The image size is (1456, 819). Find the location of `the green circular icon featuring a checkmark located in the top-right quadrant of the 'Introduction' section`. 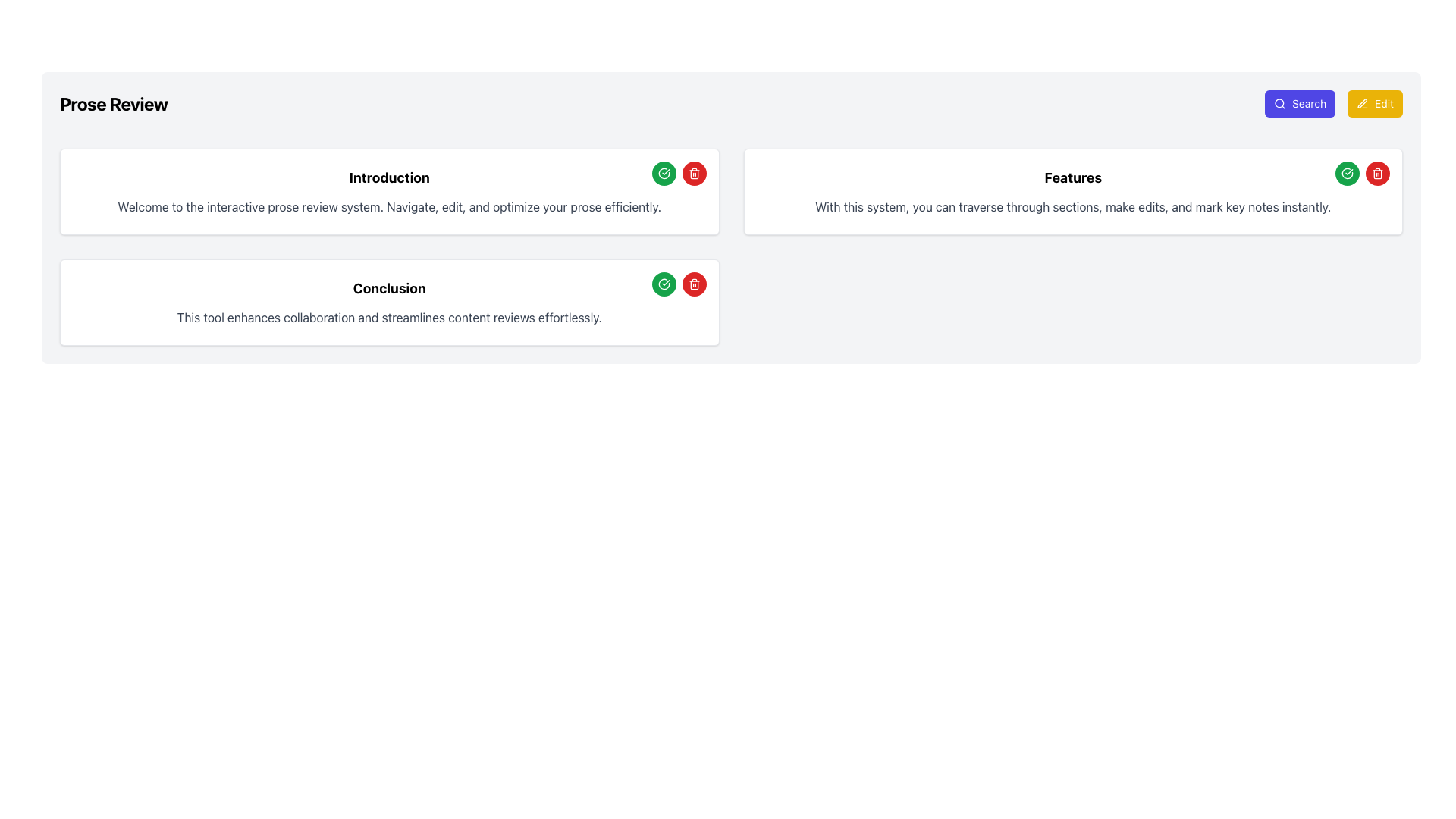

the green circular icon featuring a checkmark located in the top-right quadrant of the 'Introduction' section is located at coordinates (664, 284).